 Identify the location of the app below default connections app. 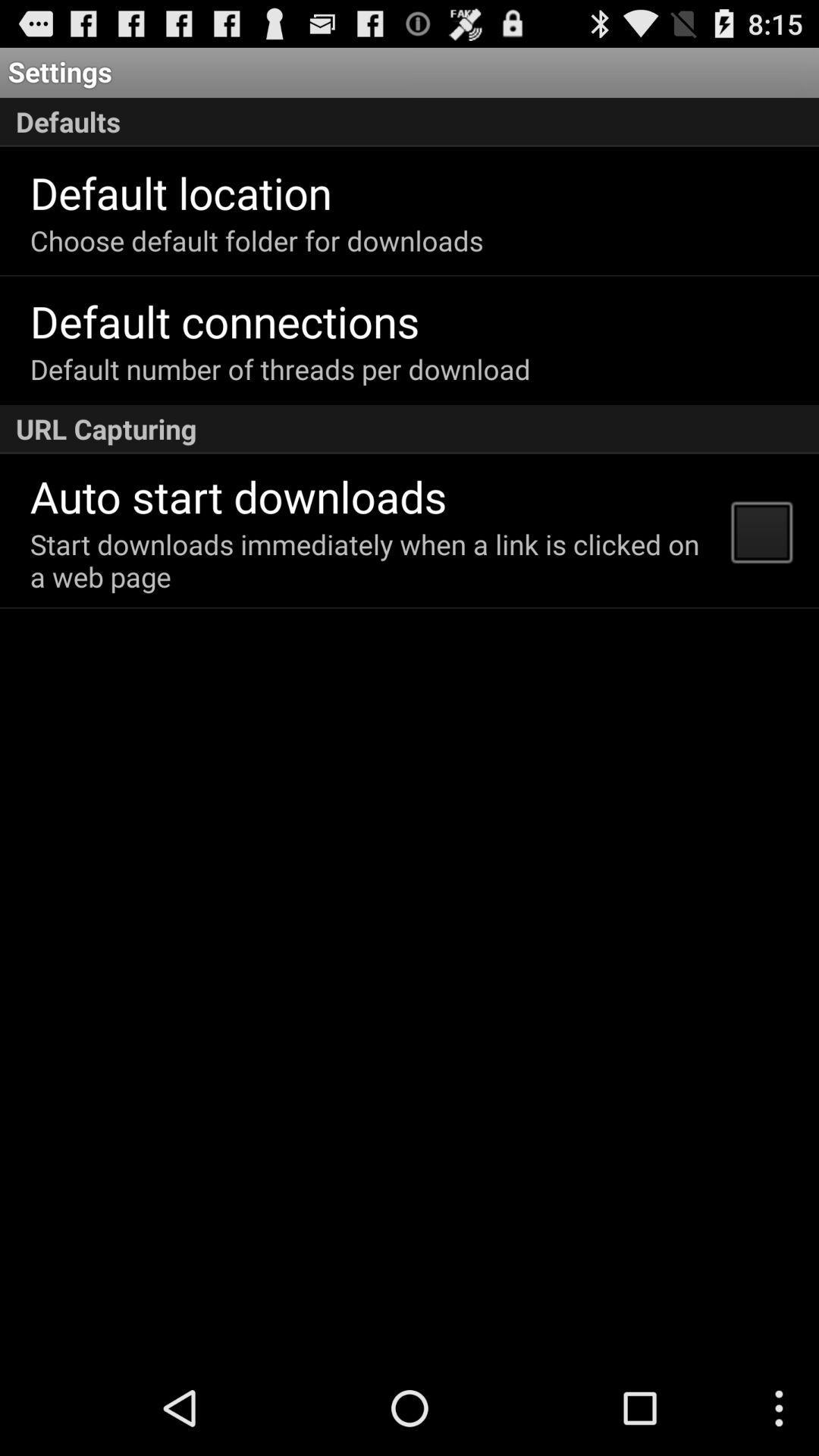
(280, 369).